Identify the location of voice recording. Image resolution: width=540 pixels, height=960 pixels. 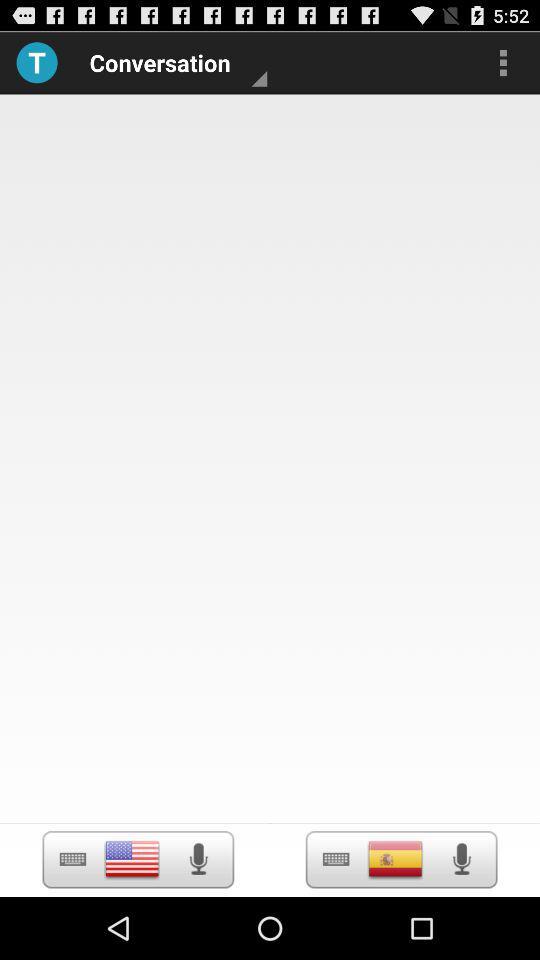
(461, 858).